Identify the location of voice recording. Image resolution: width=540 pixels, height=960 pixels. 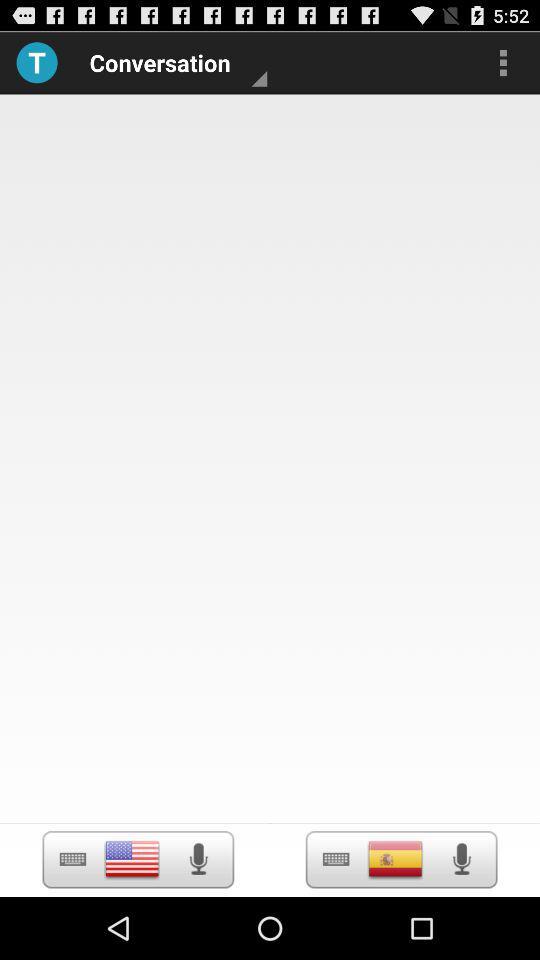
(461, 858).